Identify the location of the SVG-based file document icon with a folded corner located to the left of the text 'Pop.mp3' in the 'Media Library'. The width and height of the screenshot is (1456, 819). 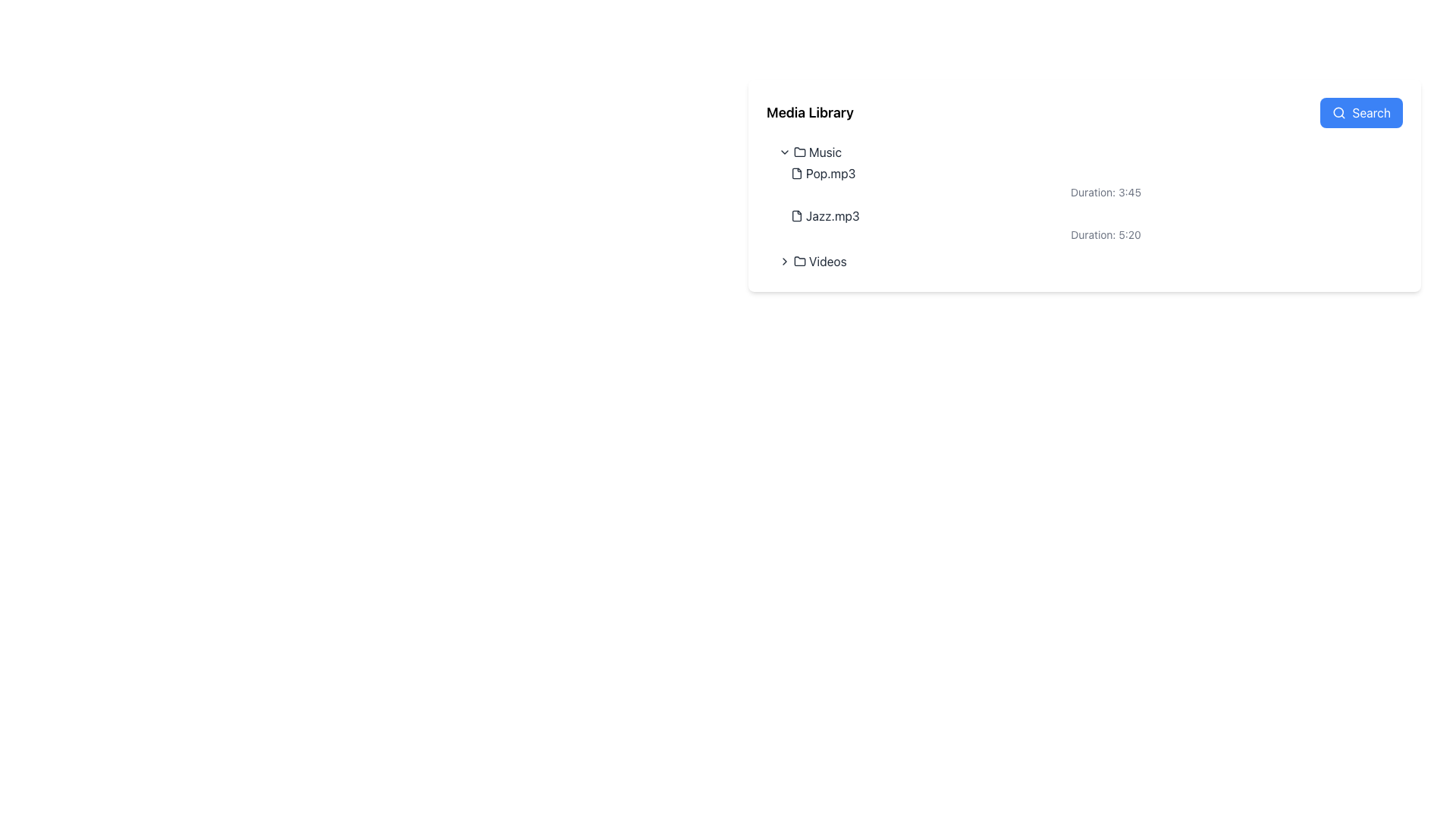
(796, 172).